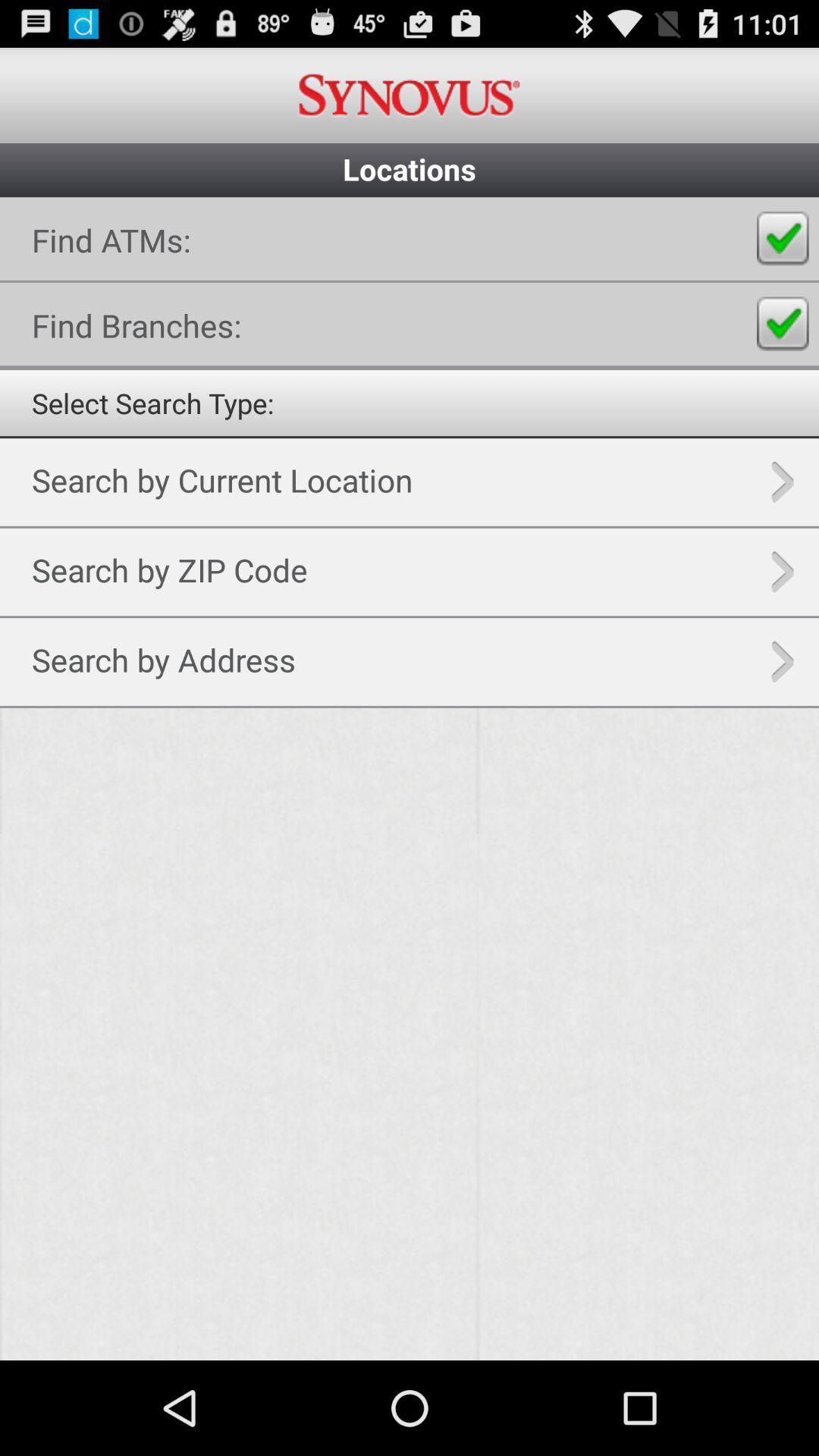 Image resolution: width=819 pixels, height=1456 pixels. I want to click on the item to the right of find branches: icon, so click(783, 323).